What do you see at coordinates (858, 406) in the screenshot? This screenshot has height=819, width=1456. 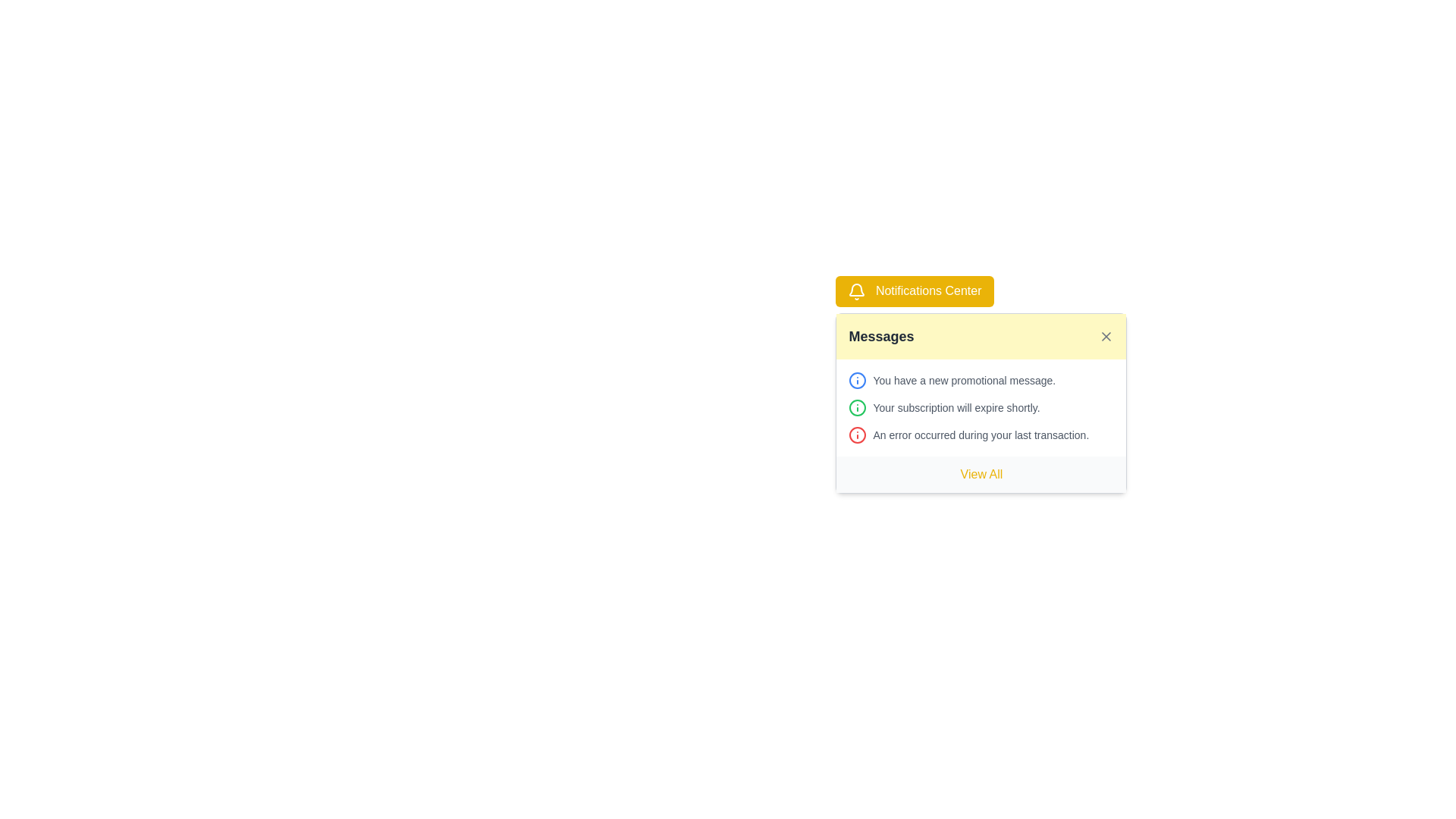 I see `the circular graphic element, which is styled with a green color and located within an information icon at the top-left of the notification messages area` at bounding box center [858, 406].